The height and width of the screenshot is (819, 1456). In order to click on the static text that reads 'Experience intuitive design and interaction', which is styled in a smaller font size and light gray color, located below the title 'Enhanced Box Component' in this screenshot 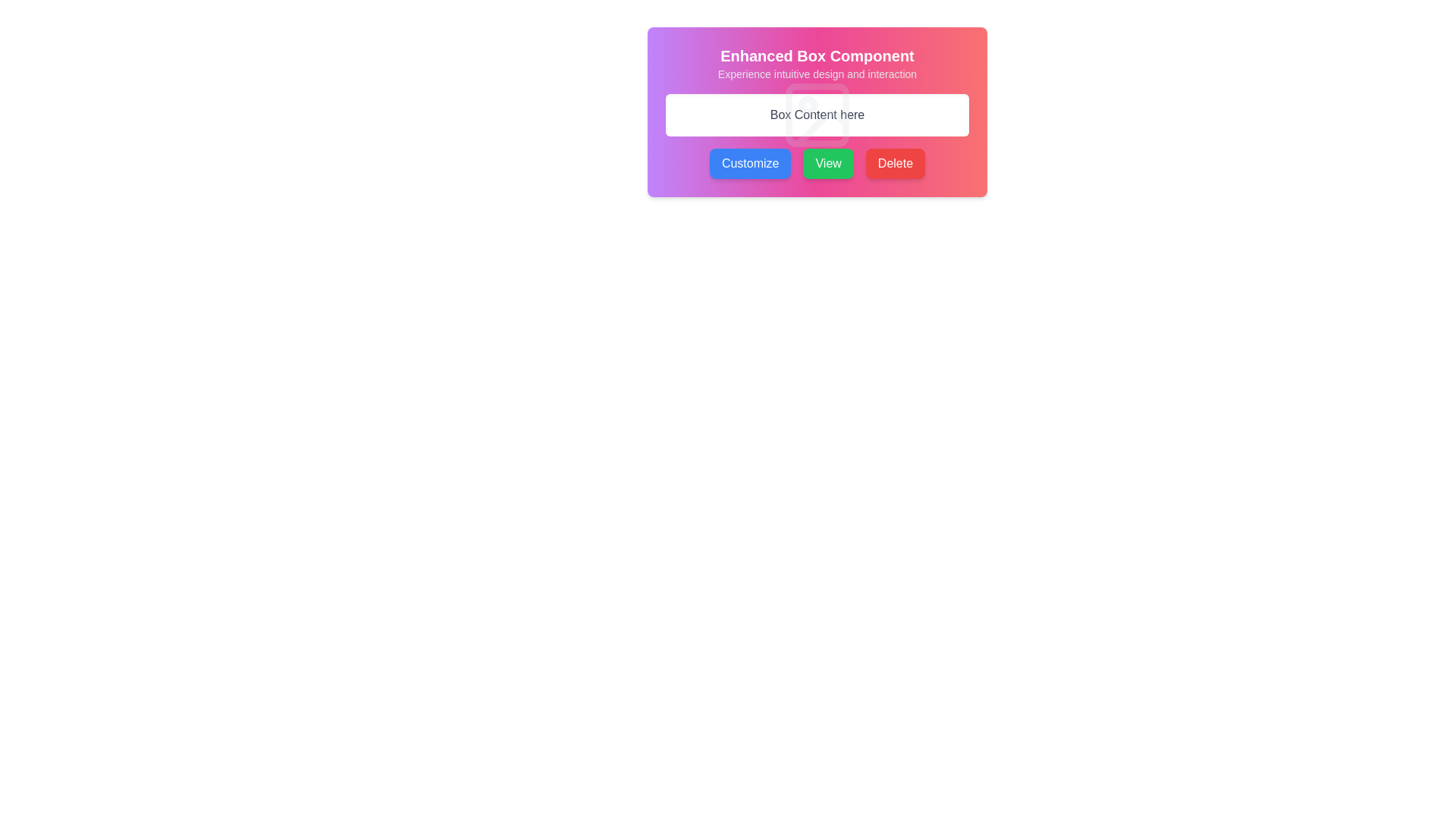, I will do `click(817, 74)`.